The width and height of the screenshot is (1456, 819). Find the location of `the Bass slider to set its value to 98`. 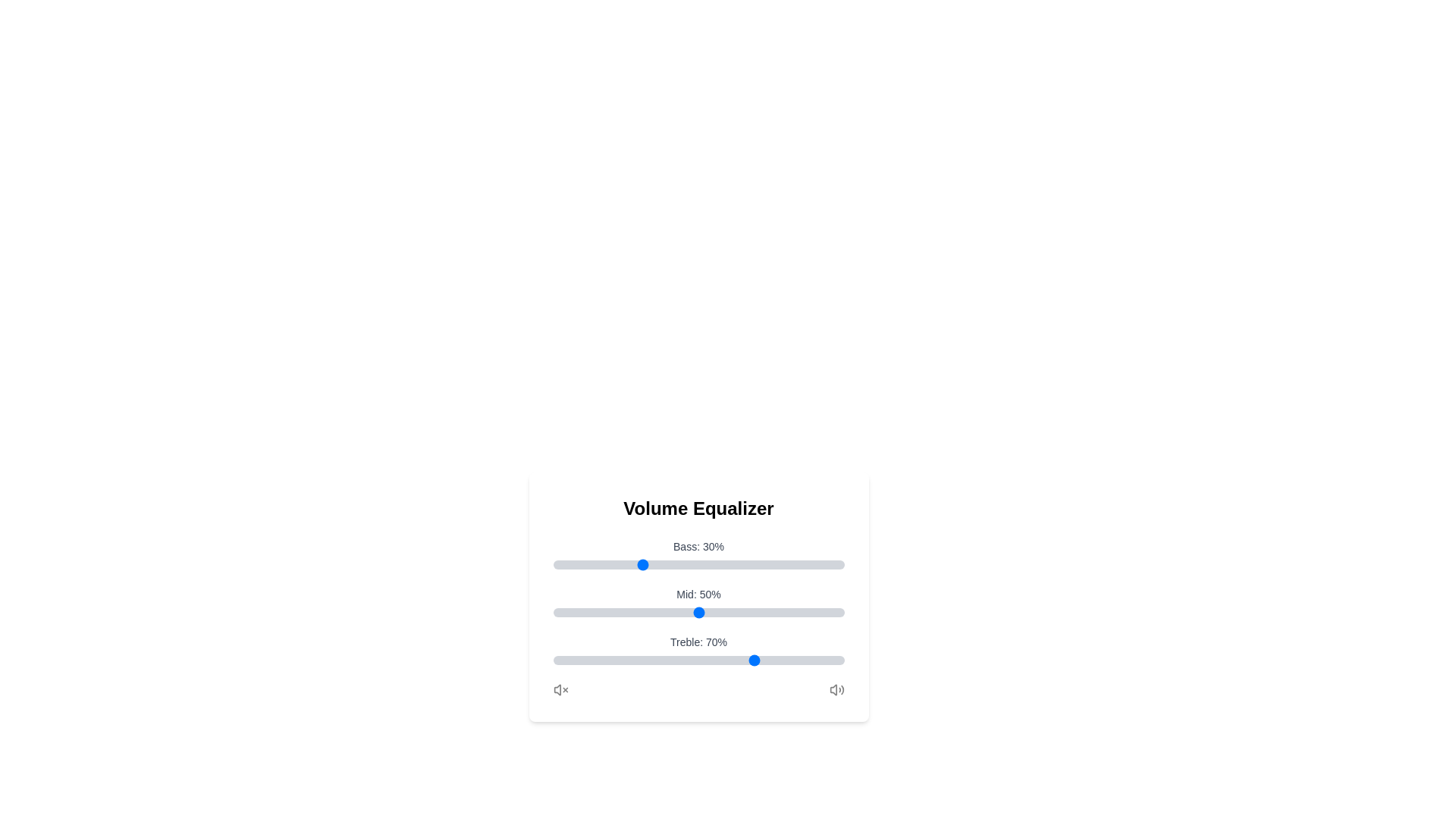

the Bass slider to set its value to 98 is located at coordinates (837, 564).